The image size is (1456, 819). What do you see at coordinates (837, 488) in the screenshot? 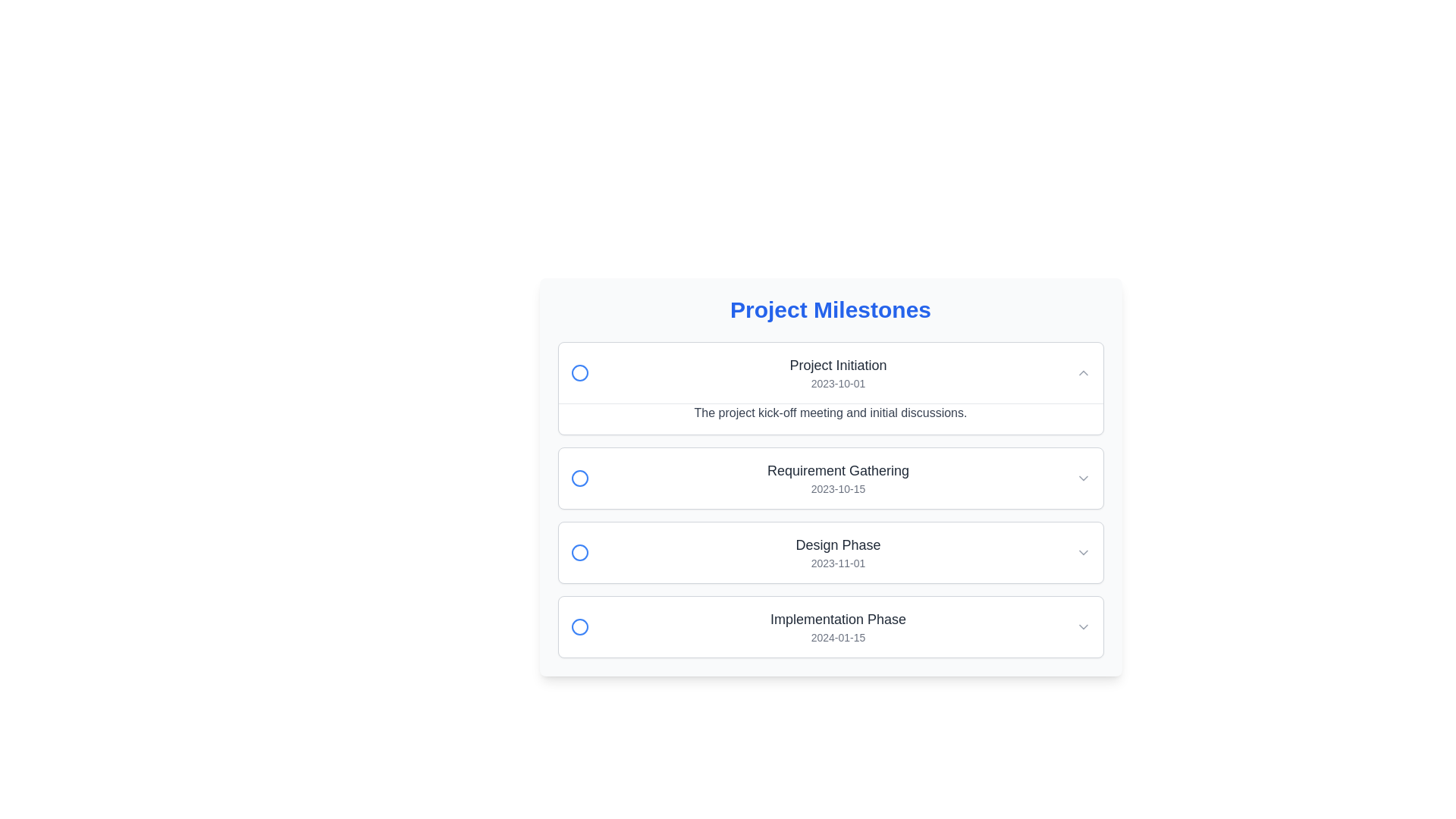
I see `the text label displaying the date associated with 'Requirement Gathering', which is positioned directly below the corresponding text in a vertical list` at bounding box center [837, 488].